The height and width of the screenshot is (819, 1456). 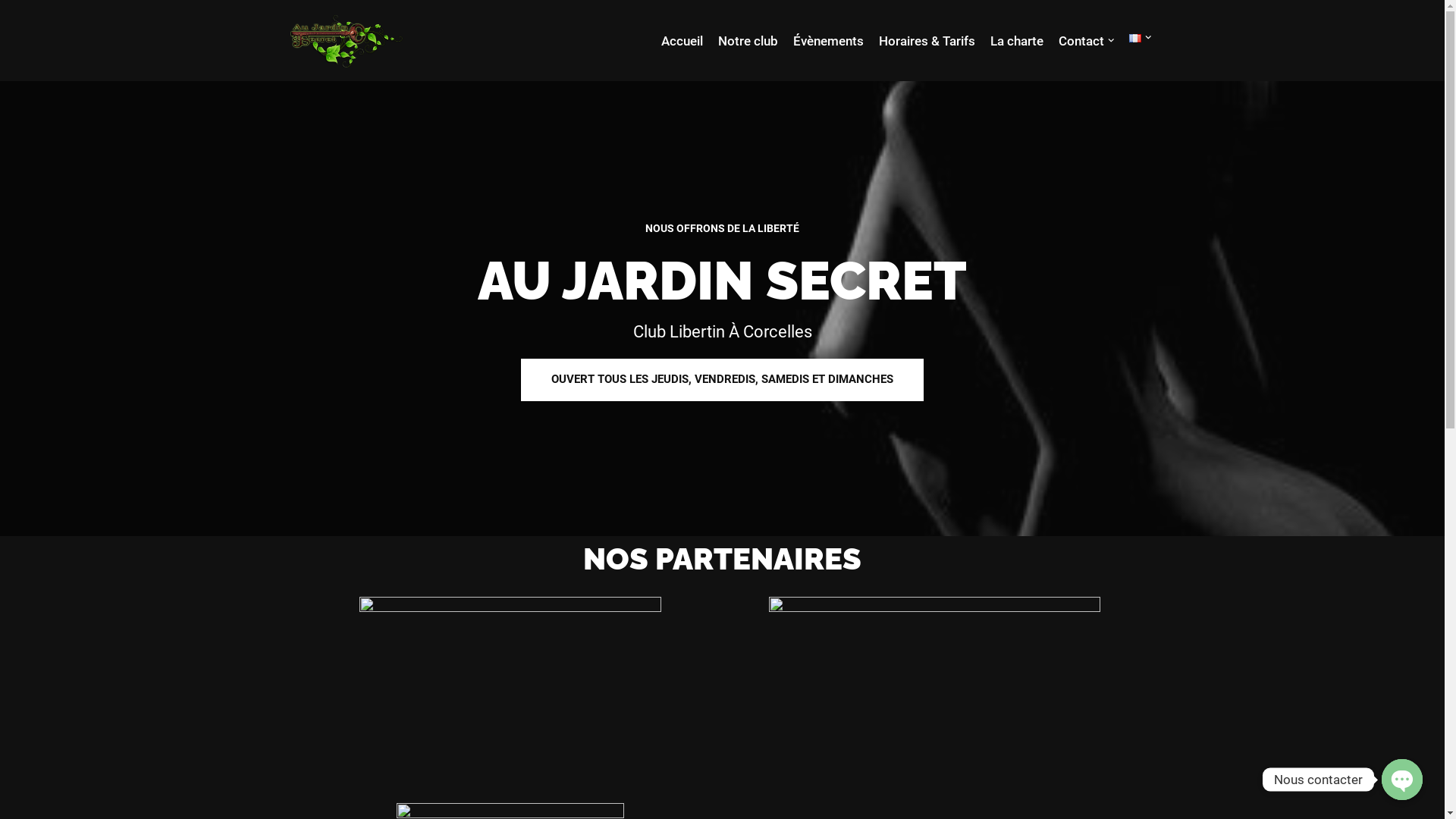 What do you see at coordinates (721, 378) in the screenshot?
I see `'OUVERT TOUS LES JEUDIS, VENDREDIS, SAMEDIS ET DIMANCHES'` at bounding box center [721, 378].